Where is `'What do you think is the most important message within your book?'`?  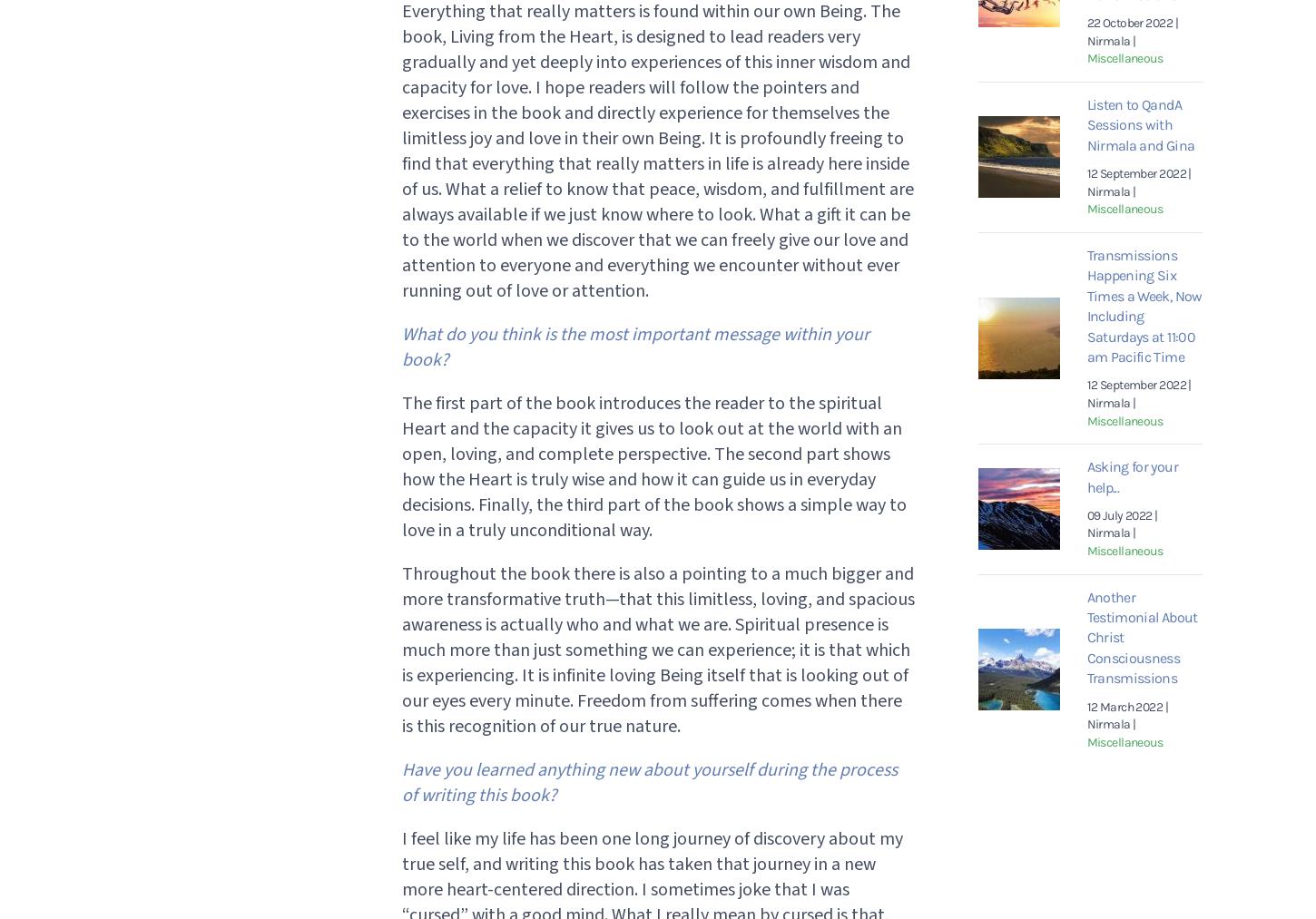 'What do you think is the most important message within your book?' is located at coordinates (399, 347).